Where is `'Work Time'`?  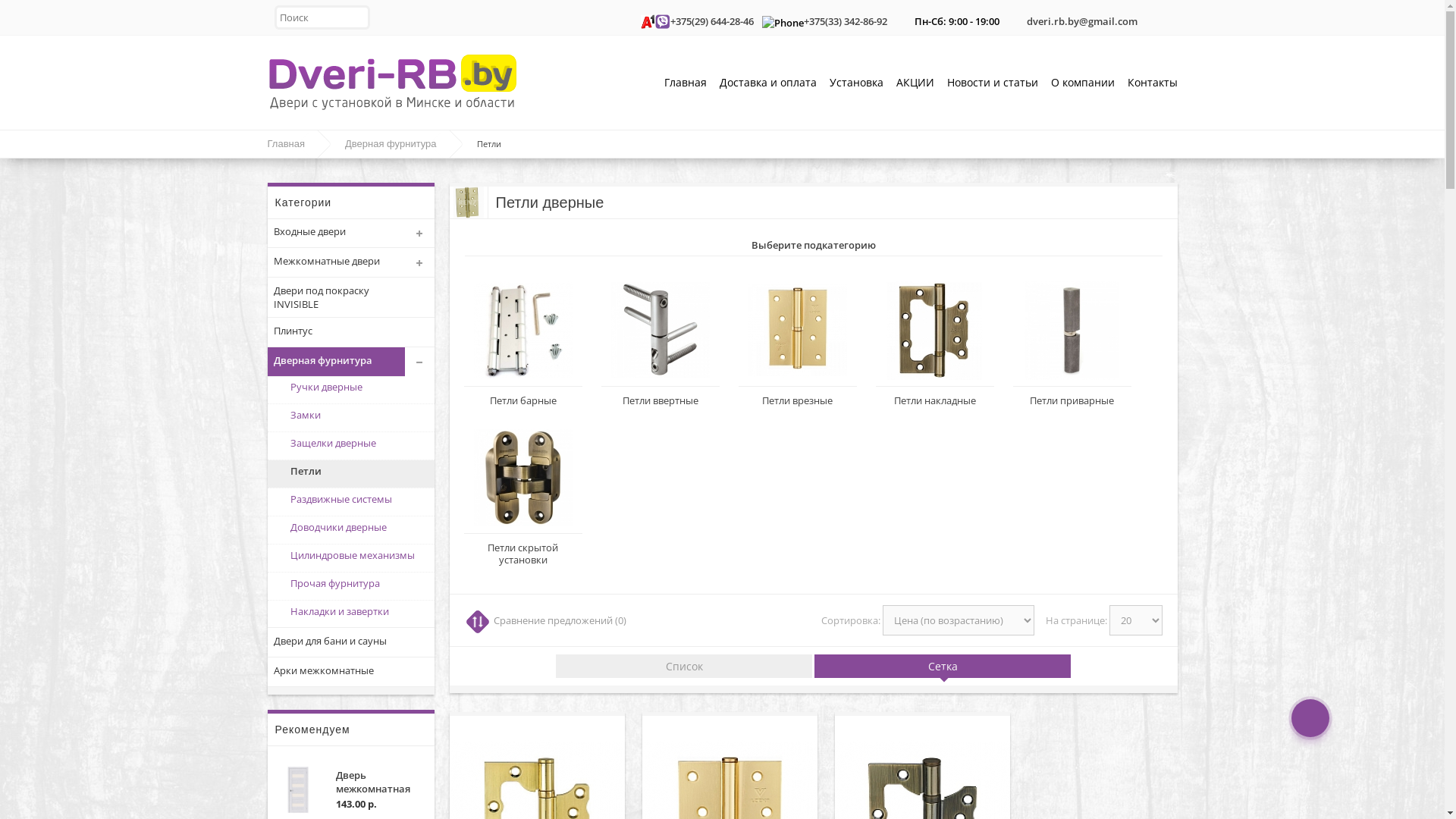
'Work Time' is located at coordinates (895, 17).